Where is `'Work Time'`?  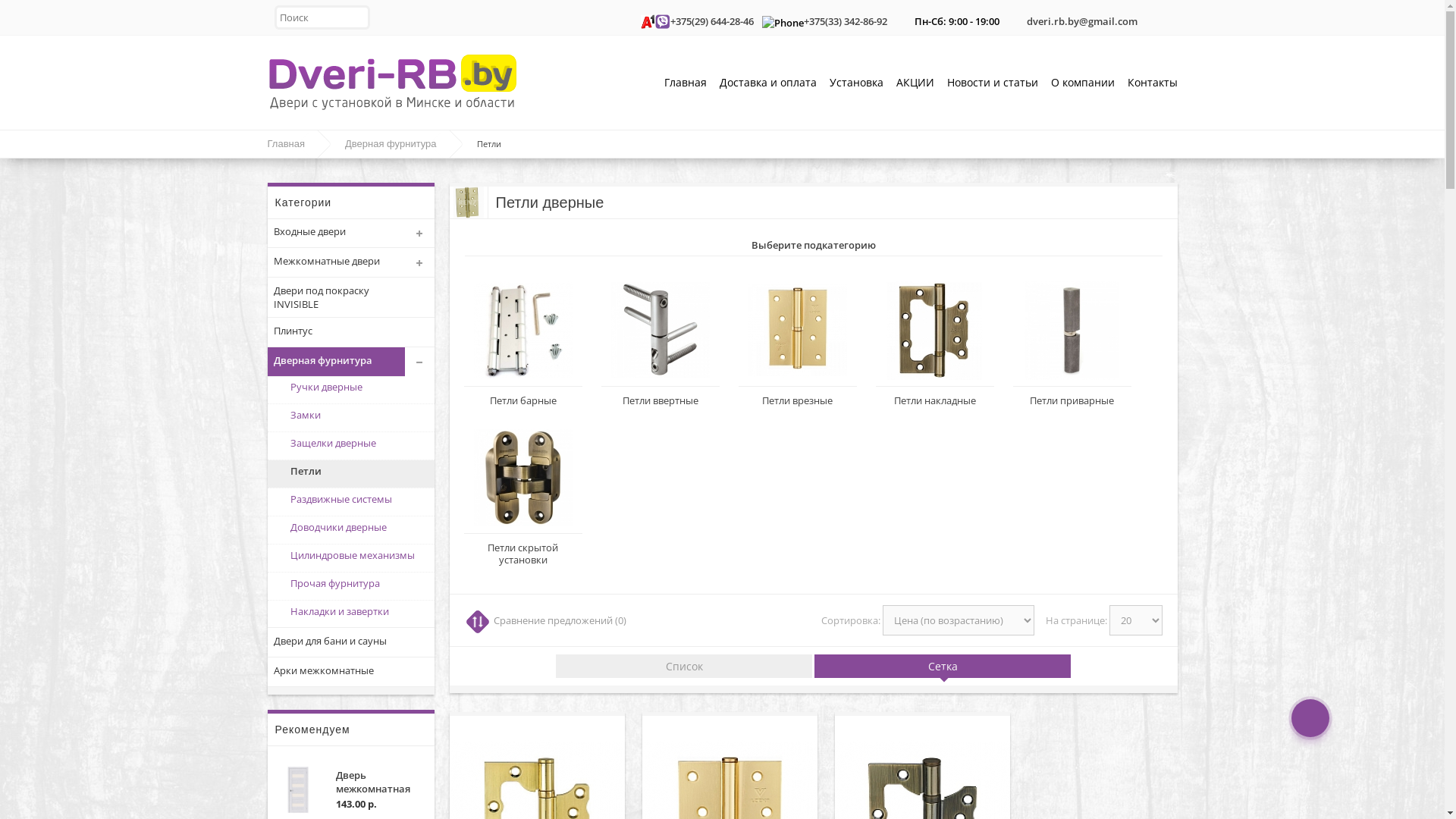
'Work Time' is located at coordinates (895, 17).